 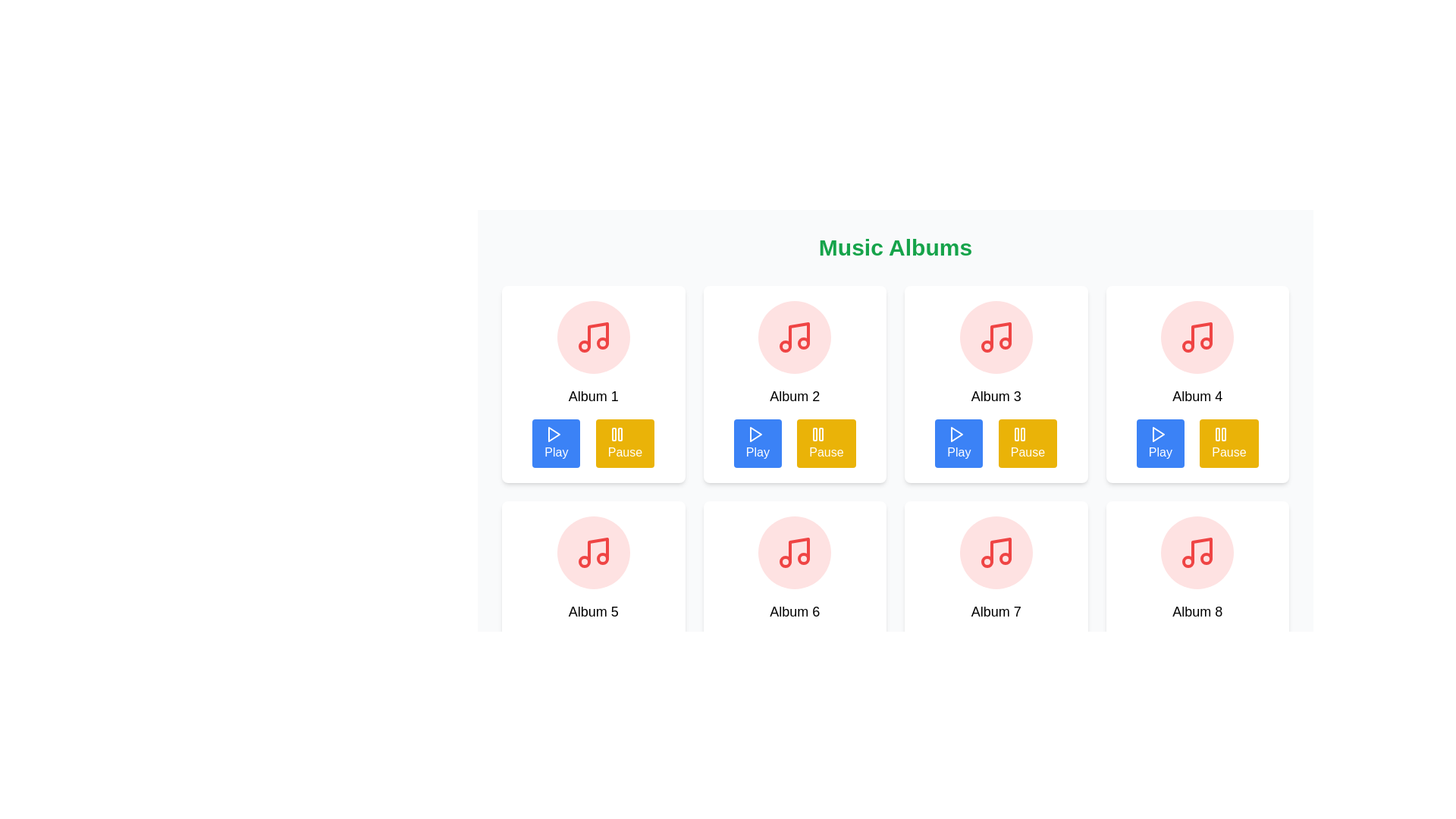 I want to click on the playback button located below Album 2, which is the first button in its row of control buttons, so click(x=758, y=444).